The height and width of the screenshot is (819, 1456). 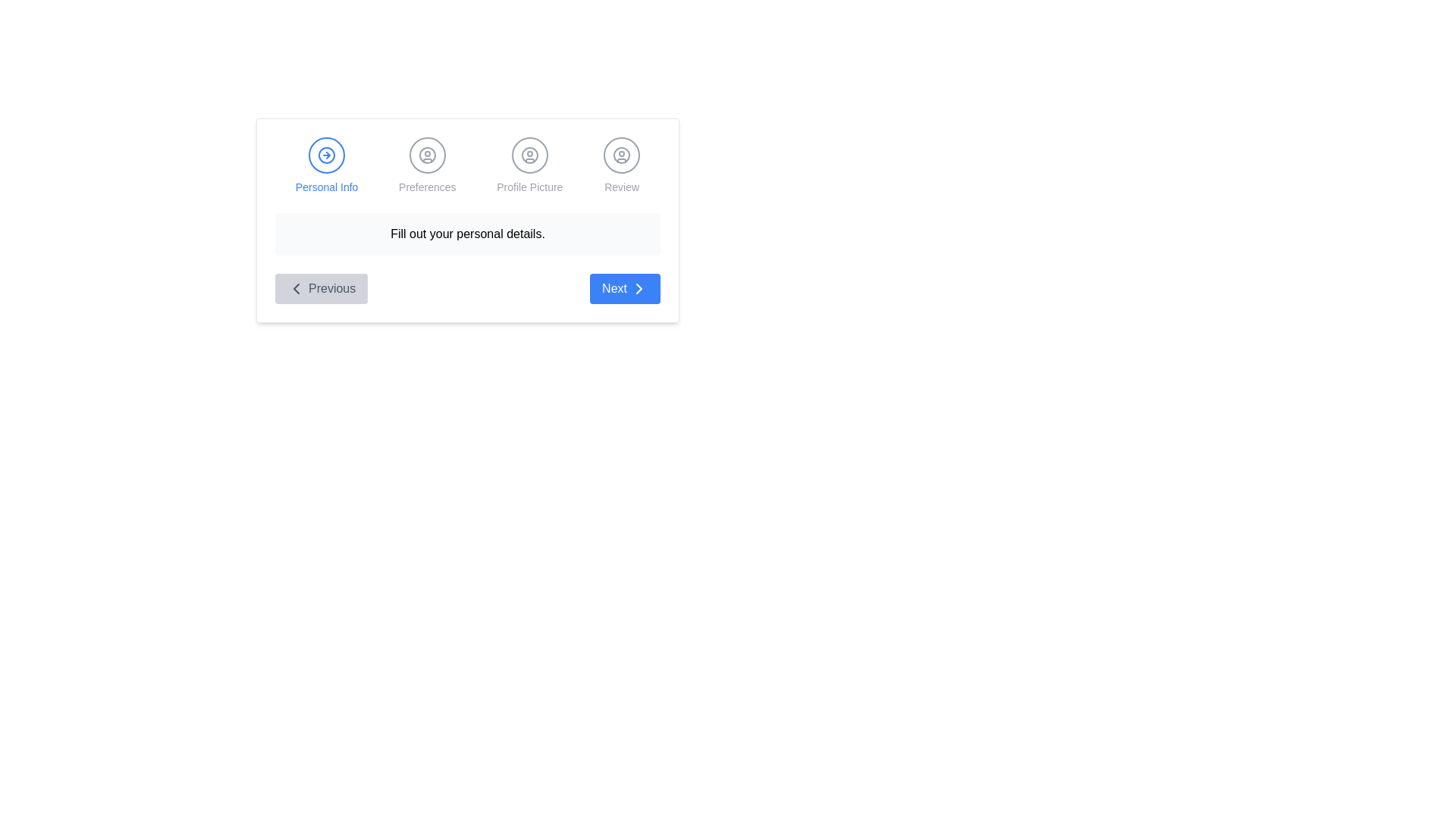 I want to click on the 'Preferences' navigation item located in the horizontal navigation bar, positioned between 'Personal Info' and 'Profile Picture', so click(x=426, y=166).